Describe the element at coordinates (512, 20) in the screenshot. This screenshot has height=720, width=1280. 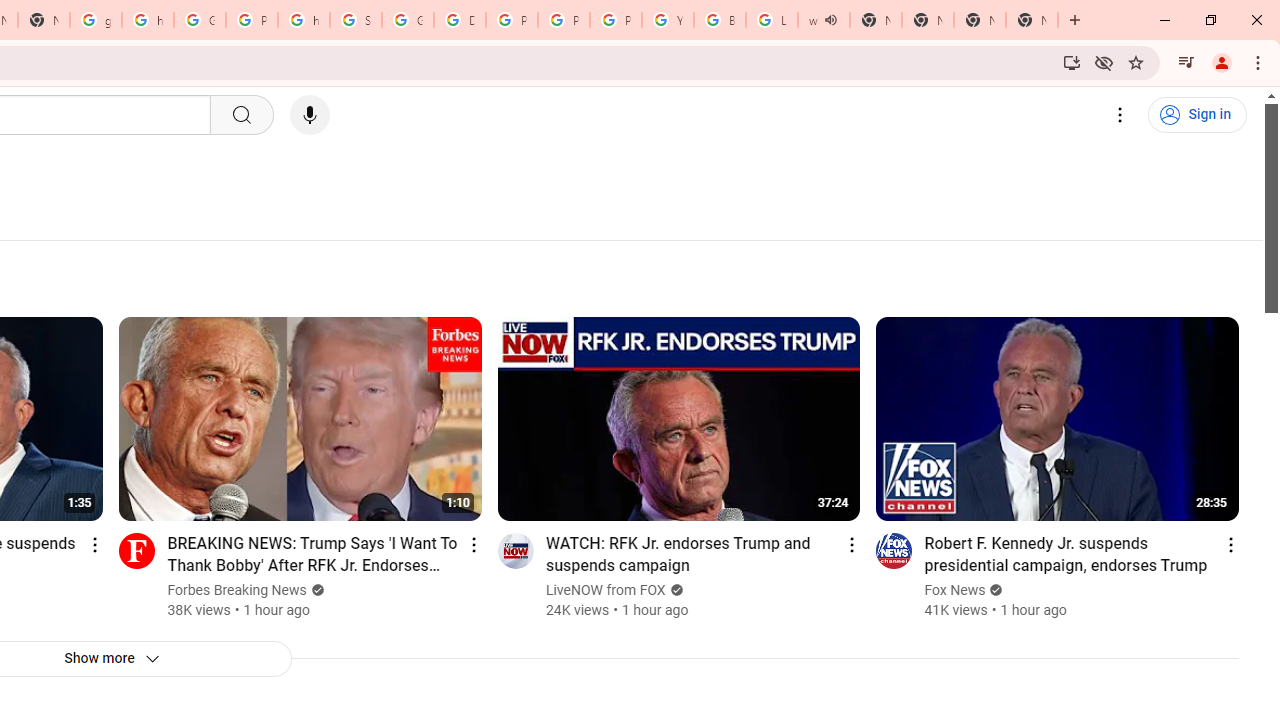
I see `'Privacy Help Center - Policies Help'` at that location.